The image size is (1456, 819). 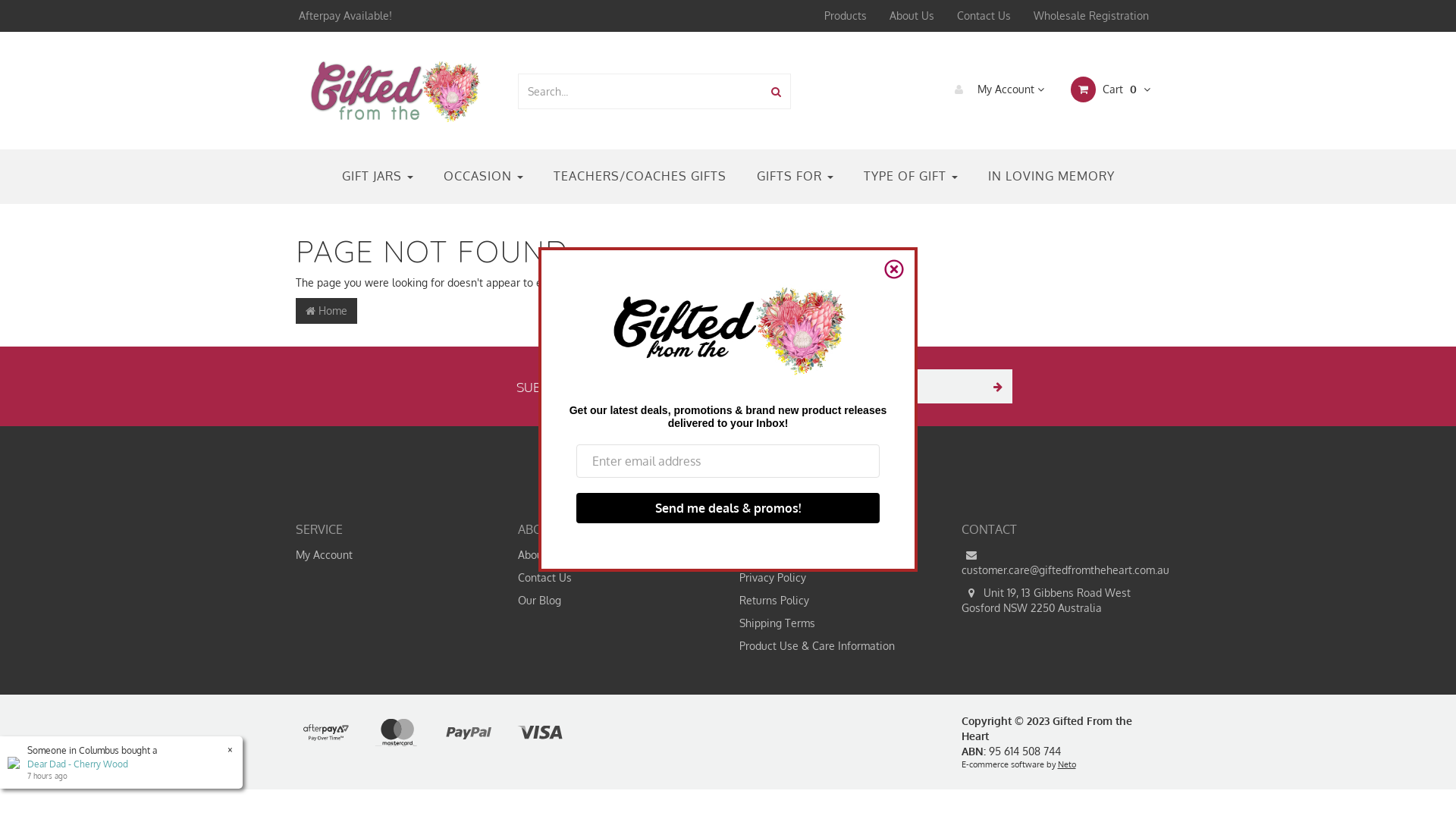 What do you see at coordinates (1109, 89) in the screenshot?
I see `'Cart 0'` at bounding box center [1109, 89].